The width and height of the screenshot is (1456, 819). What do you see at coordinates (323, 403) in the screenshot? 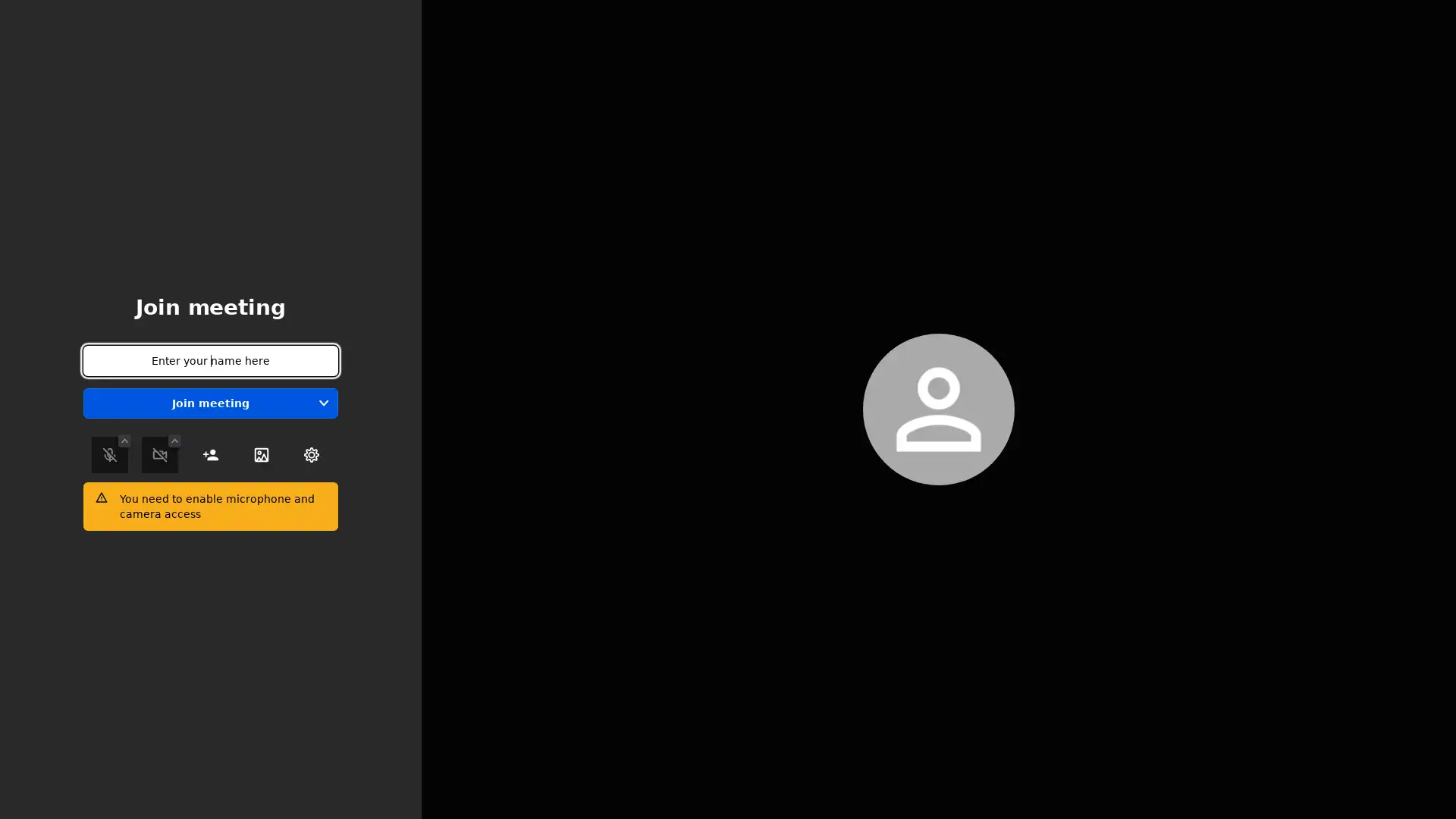
I see `Join without audio` at bounding box center [323, 403].